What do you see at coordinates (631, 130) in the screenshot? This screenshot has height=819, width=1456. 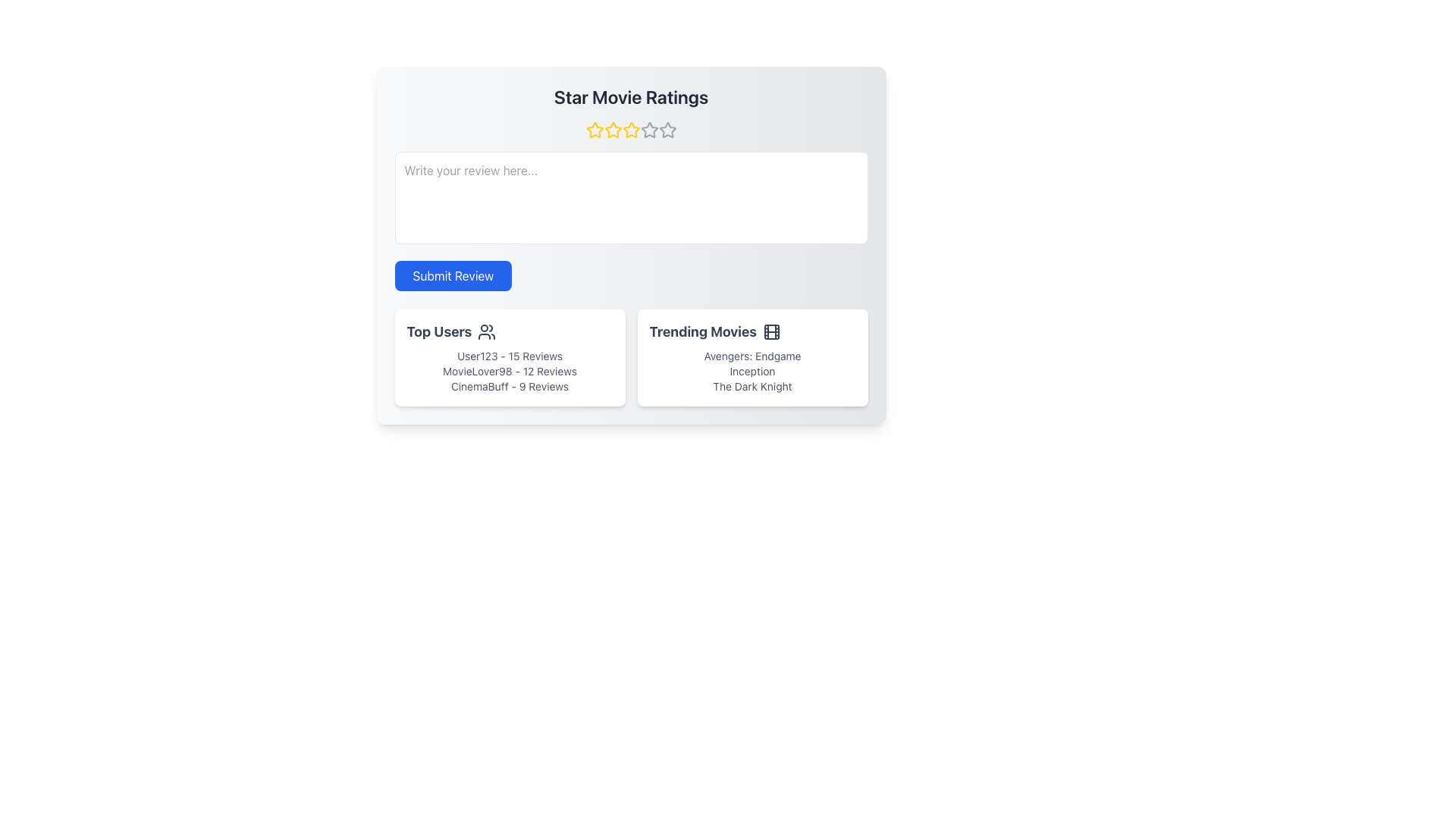 I see `the fourth clickable star icon for rating in the 'Star Movie Ratings' section` at bounding box center [631, 130].